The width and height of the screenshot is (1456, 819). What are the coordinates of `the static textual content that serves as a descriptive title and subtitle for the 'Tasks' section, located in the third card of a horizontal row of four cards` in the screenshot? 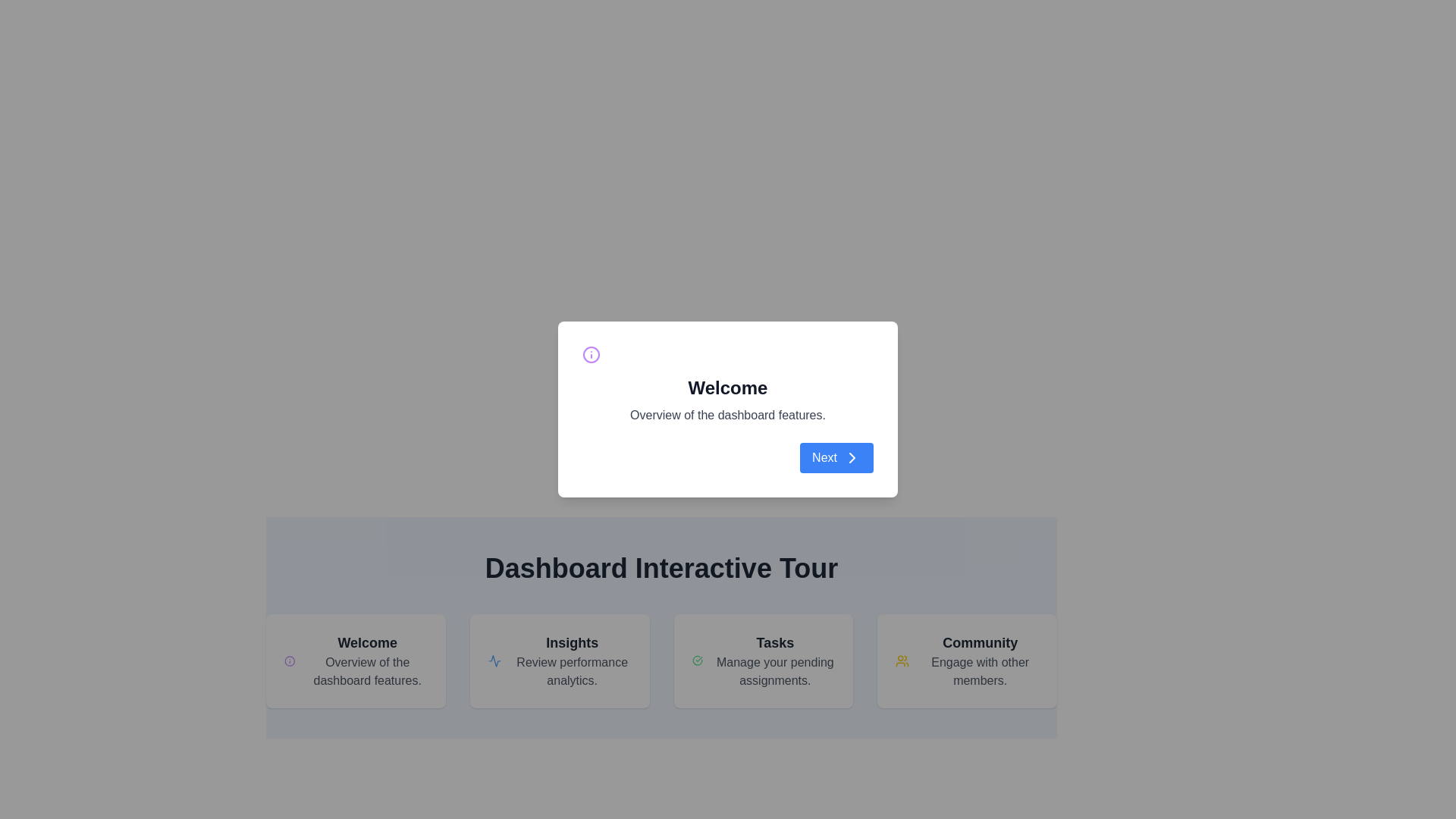 It's located at (775, 660).